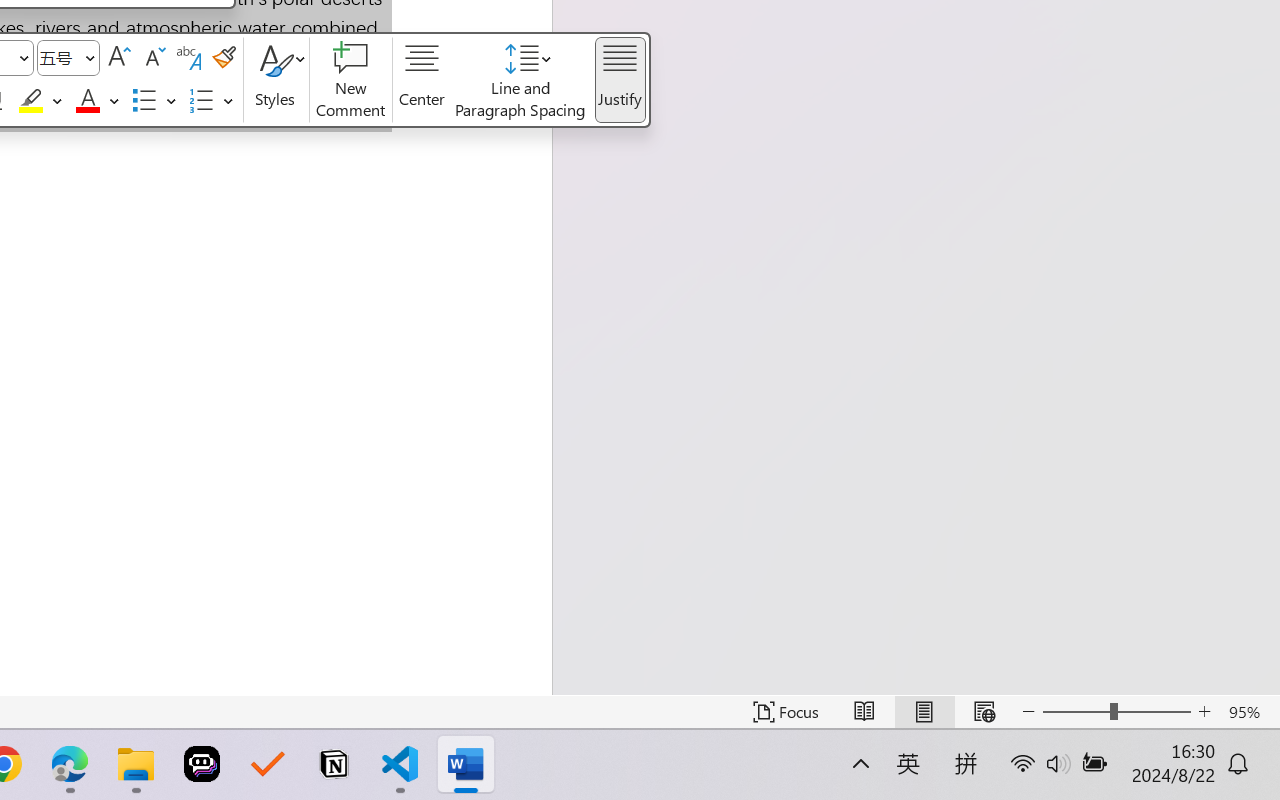 The height and width of the screenshot is (800, 1280). What do you see at coordinates (521, 80) in the screenshot?
I see `'Line and Paragraph Spacing'` at bounding box center [521, 80].